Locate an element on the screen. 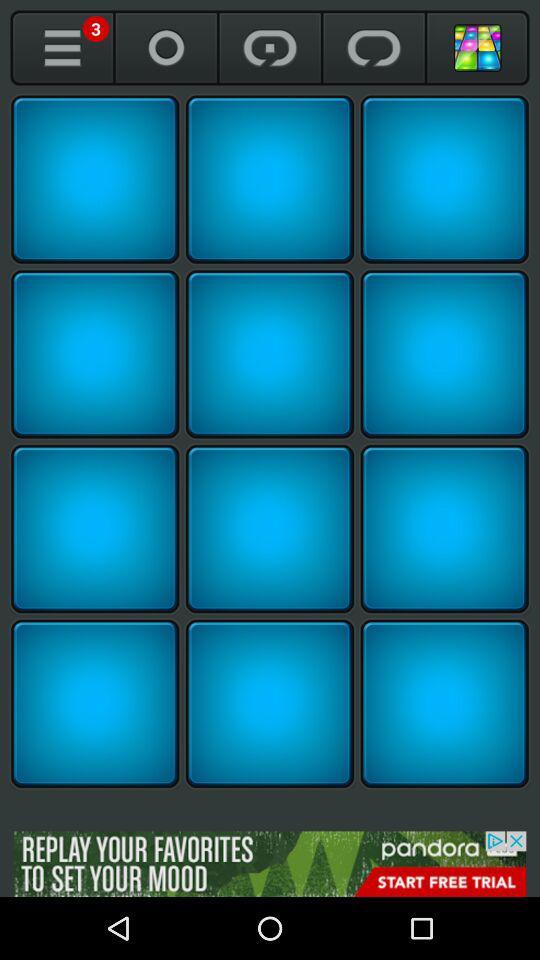 The width and height of the screenshot is (540, 960). row 1 center loop is located at coordinates (270, 178).